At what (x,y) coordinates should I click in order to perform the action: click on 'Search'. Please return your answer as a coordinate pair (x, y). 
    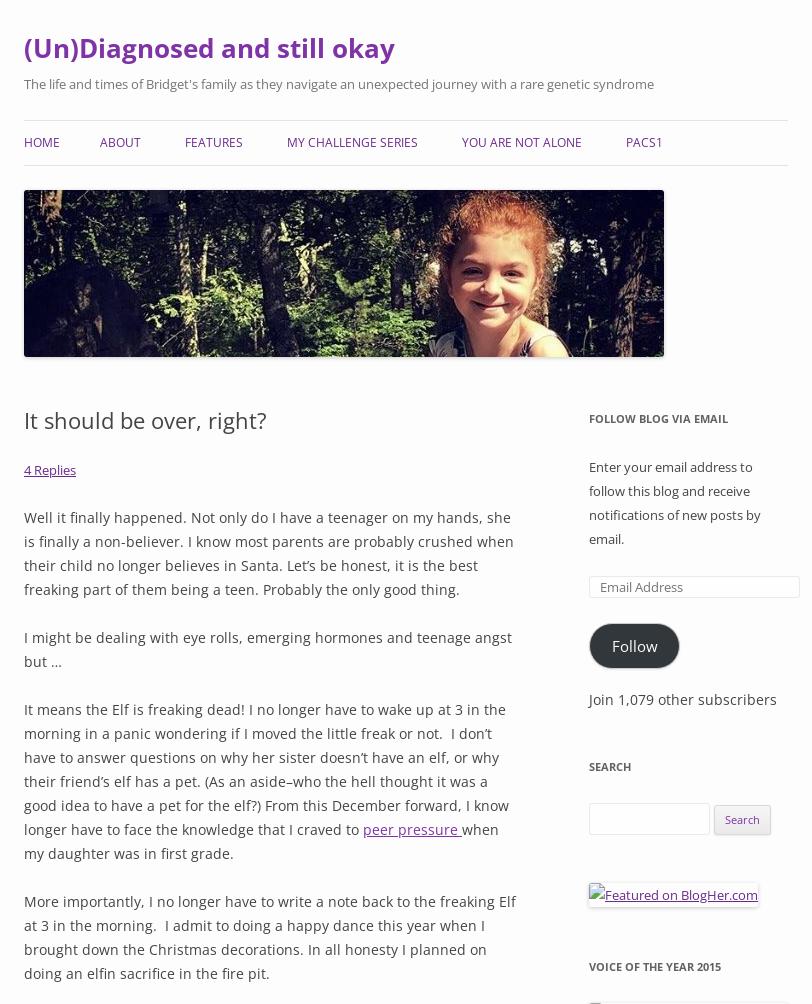
    Looking at the image, I should click on (609, 765).